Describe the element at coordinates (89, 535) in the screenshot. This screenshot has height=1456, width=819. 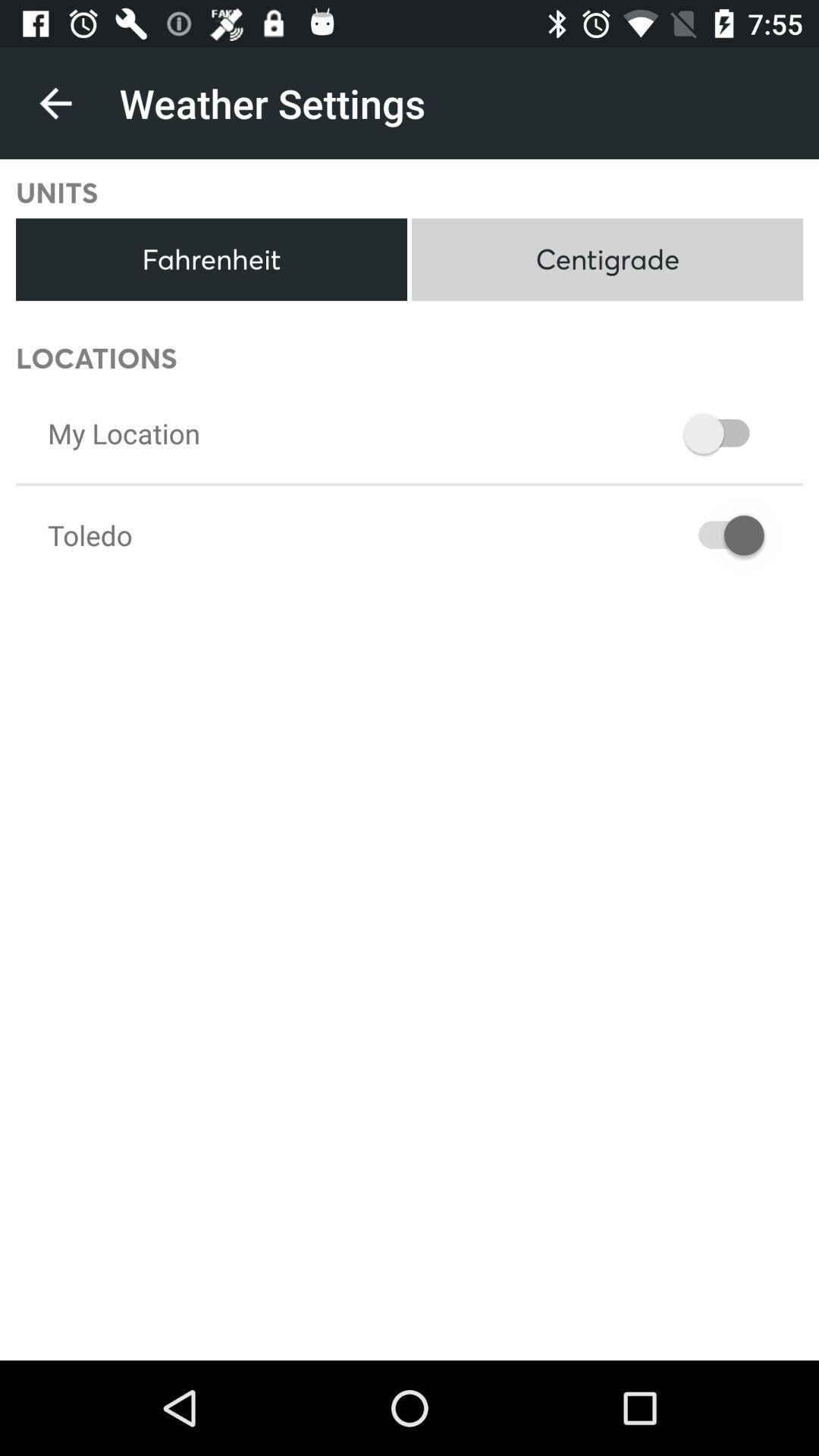
I see `the toledo` at that location.